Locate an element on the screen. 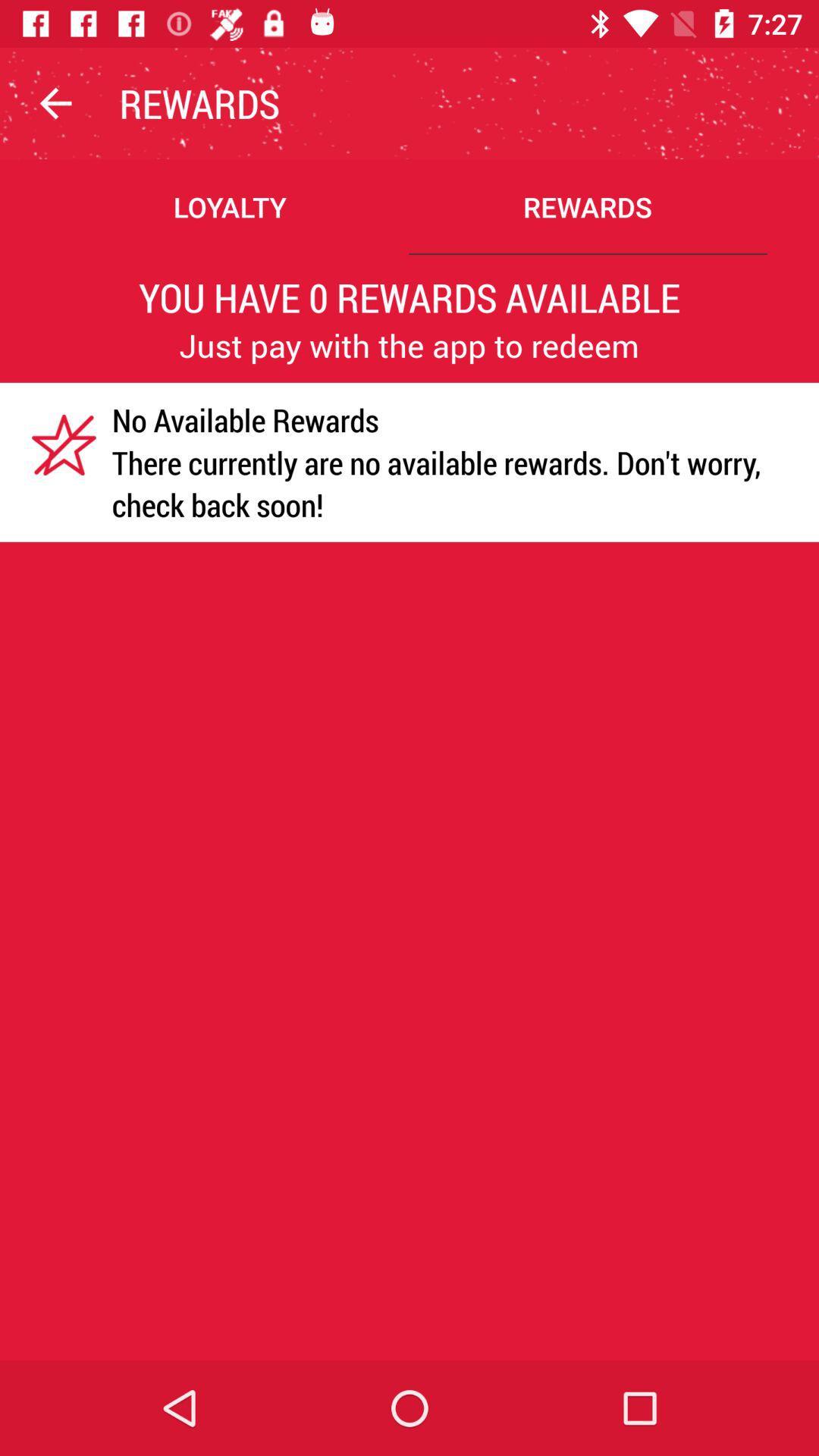  the item to the left of the rewards is located at coordinates (55, 102).